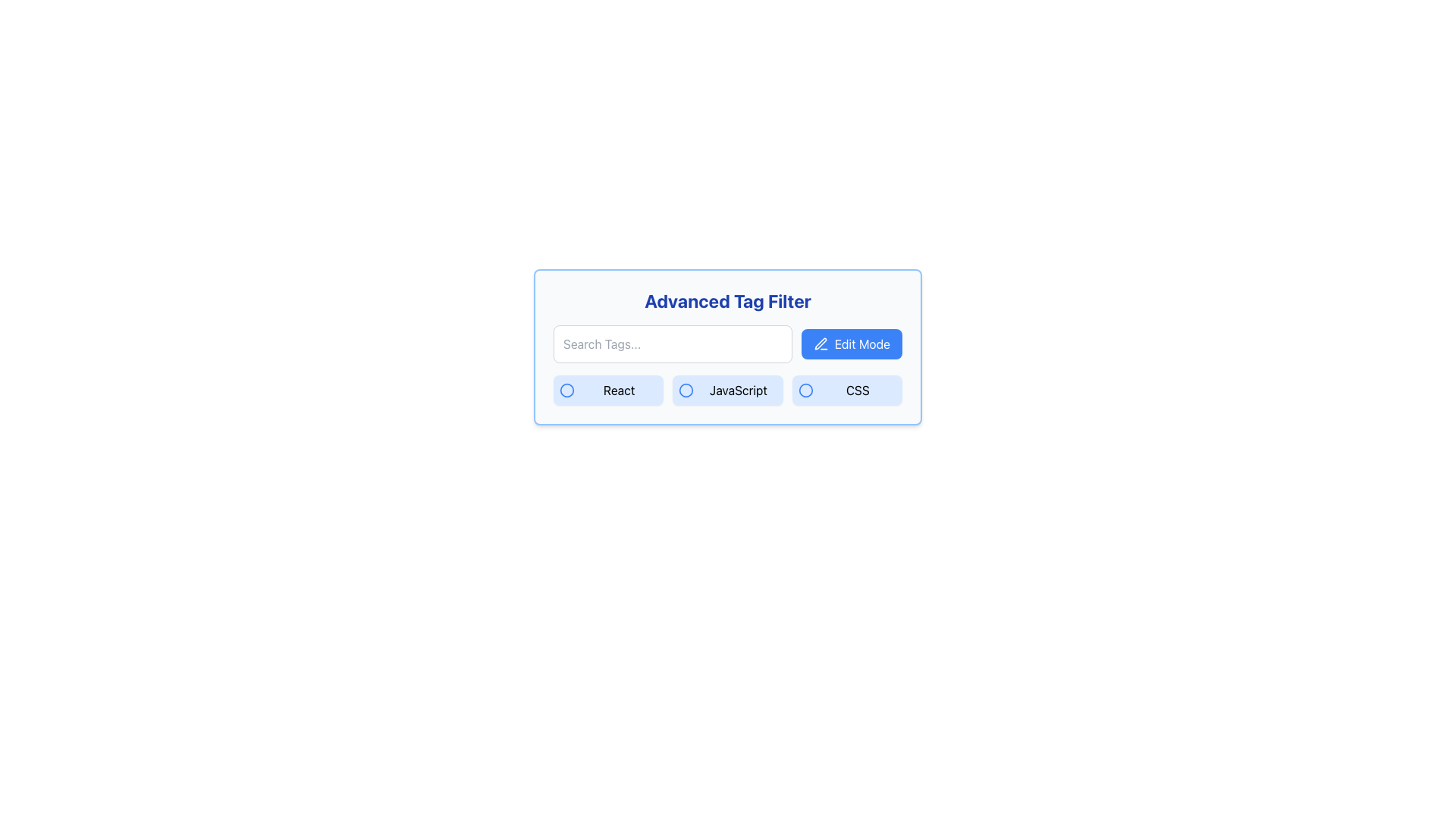  Describe the element at coordinates (805, 390) in the screenshot. I see `the circular icon with a blue border located to the left of the text 'CSS'` at that location.